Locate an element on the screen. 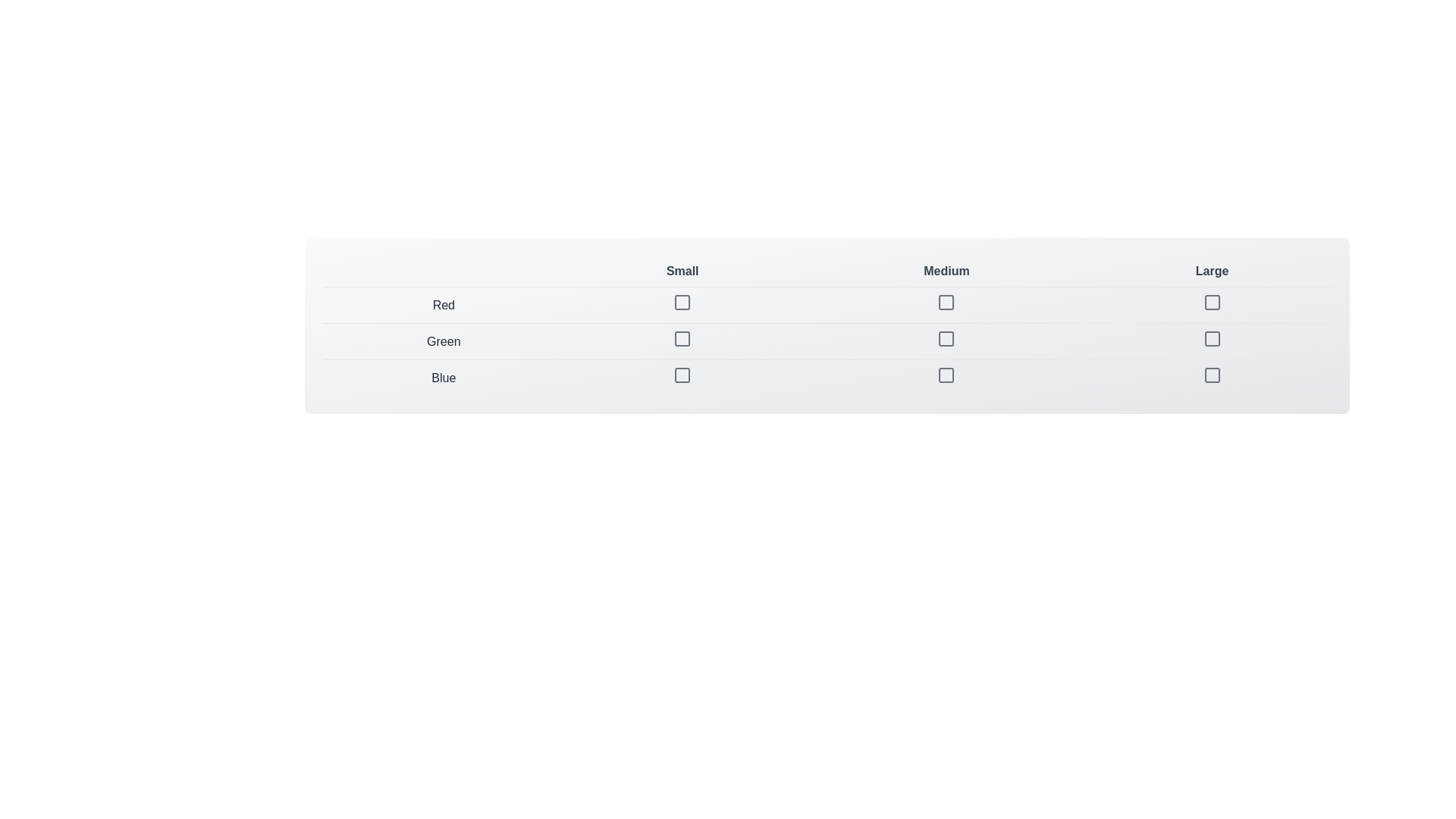 This screenshot has width=1456, height=819. the interactive checkbox located in the first row under the 'Small' column header next to the 'Red' label for keyboard interaction is located at coordinates (682, 302).